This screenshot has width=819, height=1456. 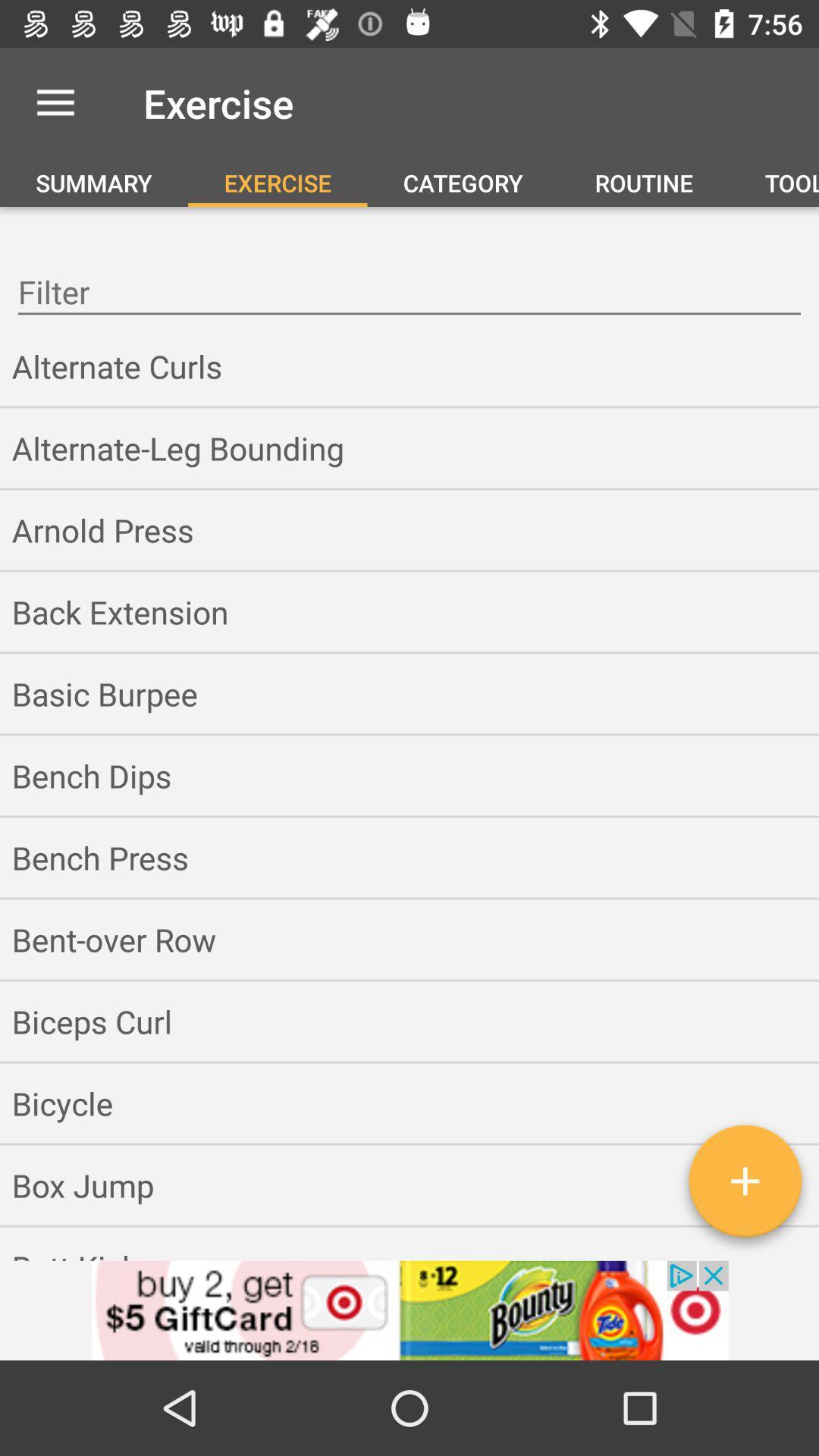 What do you see at coordinates (744, 1186) in the screenshot?
I see `the add icon` at bounding box center [744, 1186].